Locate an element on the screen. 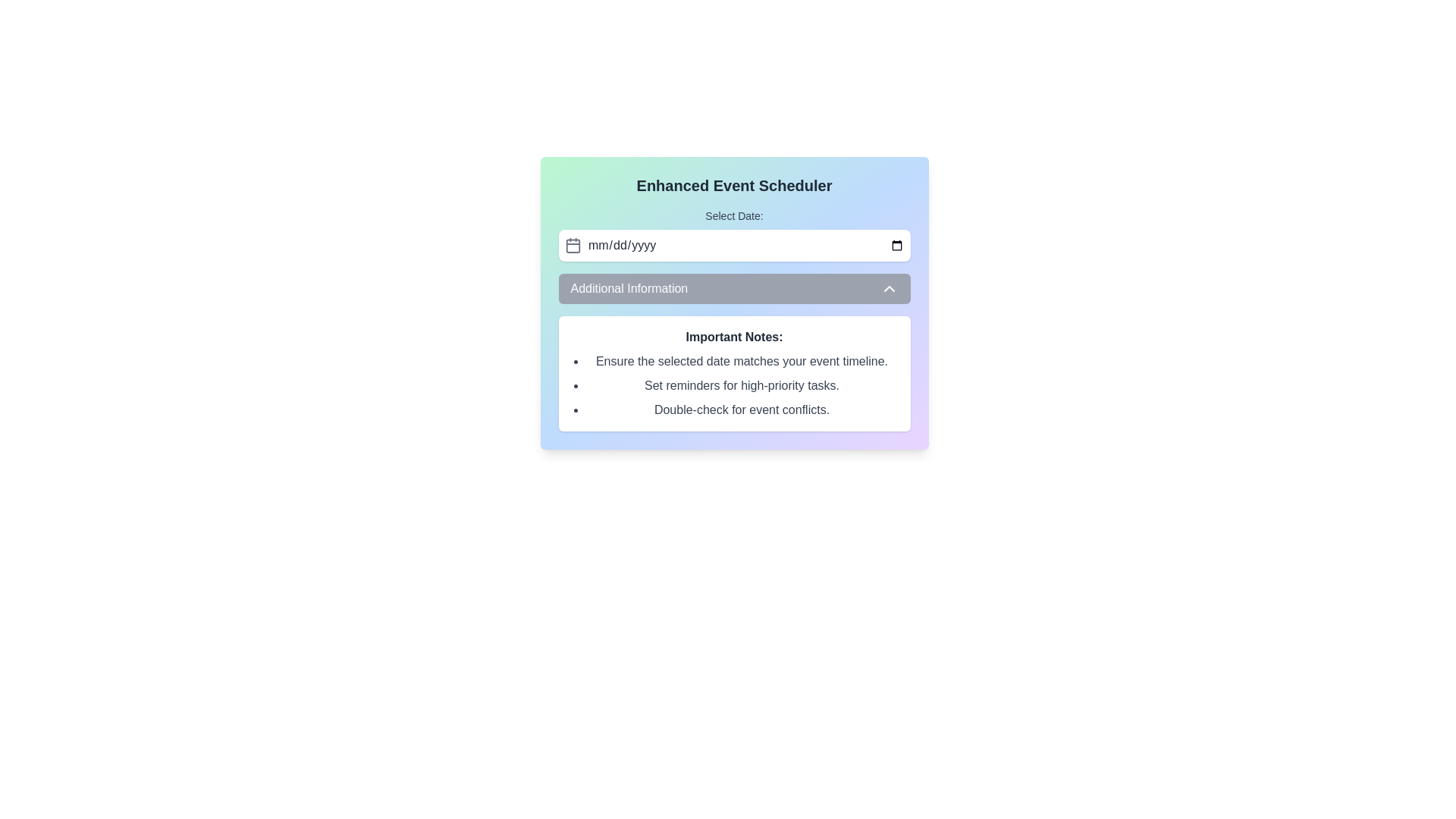  the gray calendar icon located is located at coordinates (572, 245).